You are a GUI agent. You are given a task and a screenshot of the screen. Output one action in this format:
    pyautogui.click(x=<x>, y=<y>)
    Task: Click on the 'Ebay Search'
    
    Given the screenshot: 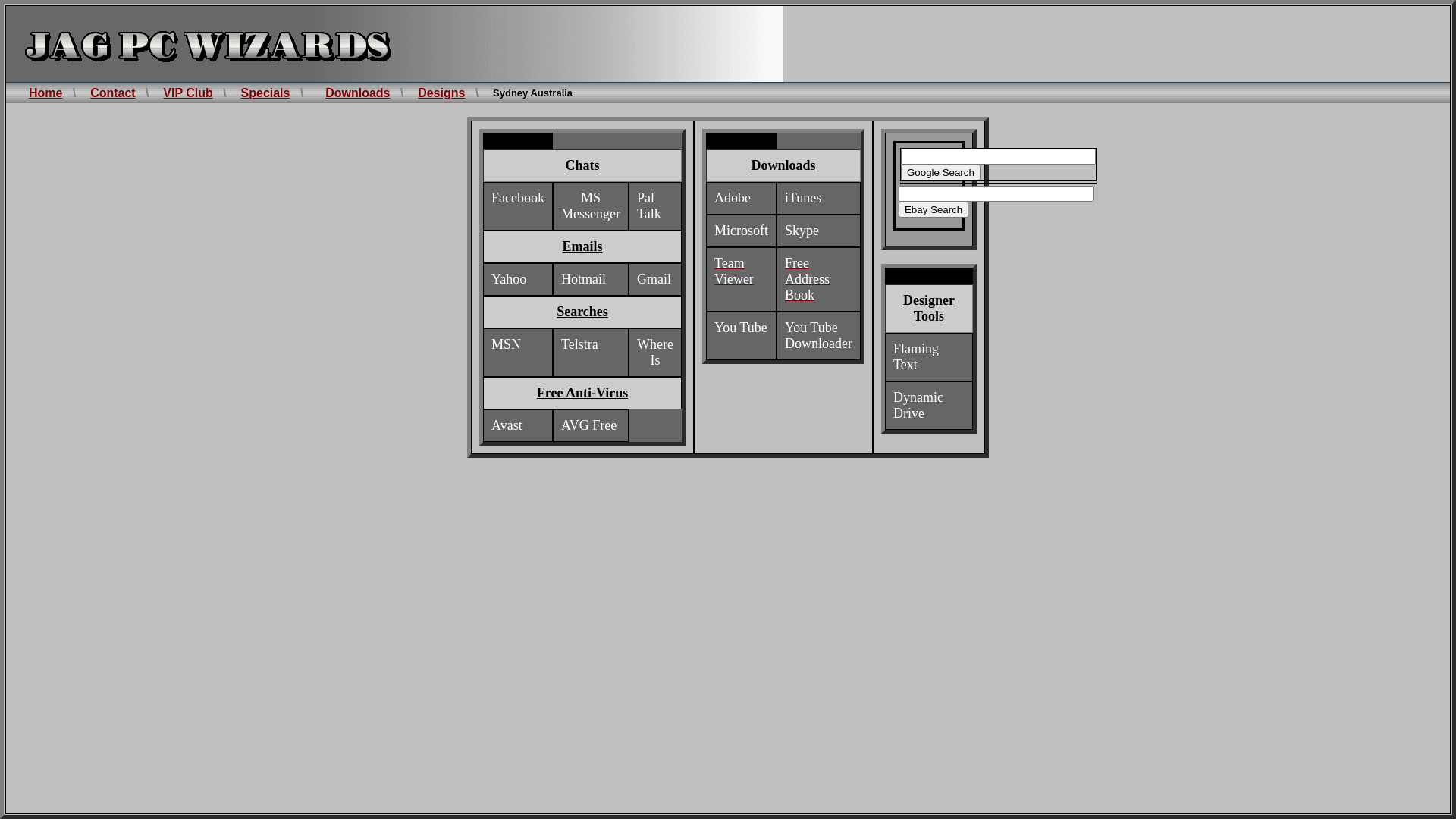 What is the action you would take?
    pyautogui.click(x=932, y=209)
    